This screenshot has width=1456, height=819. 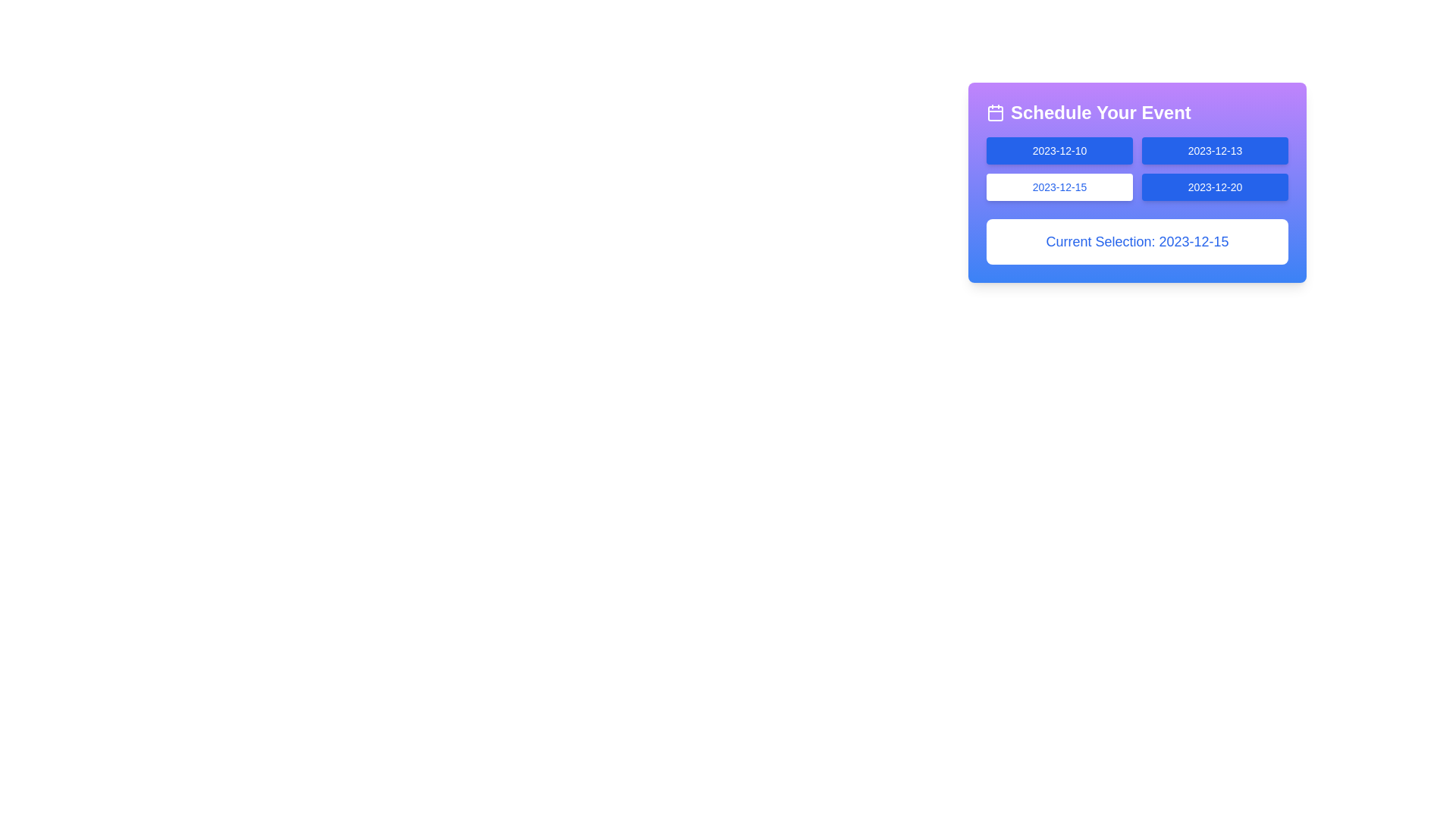 What do you see at coordinates (1215, 151) in the screenshot?
I see `the date selection button for '2023-12-13' located` at bounding box center [1215, 151].